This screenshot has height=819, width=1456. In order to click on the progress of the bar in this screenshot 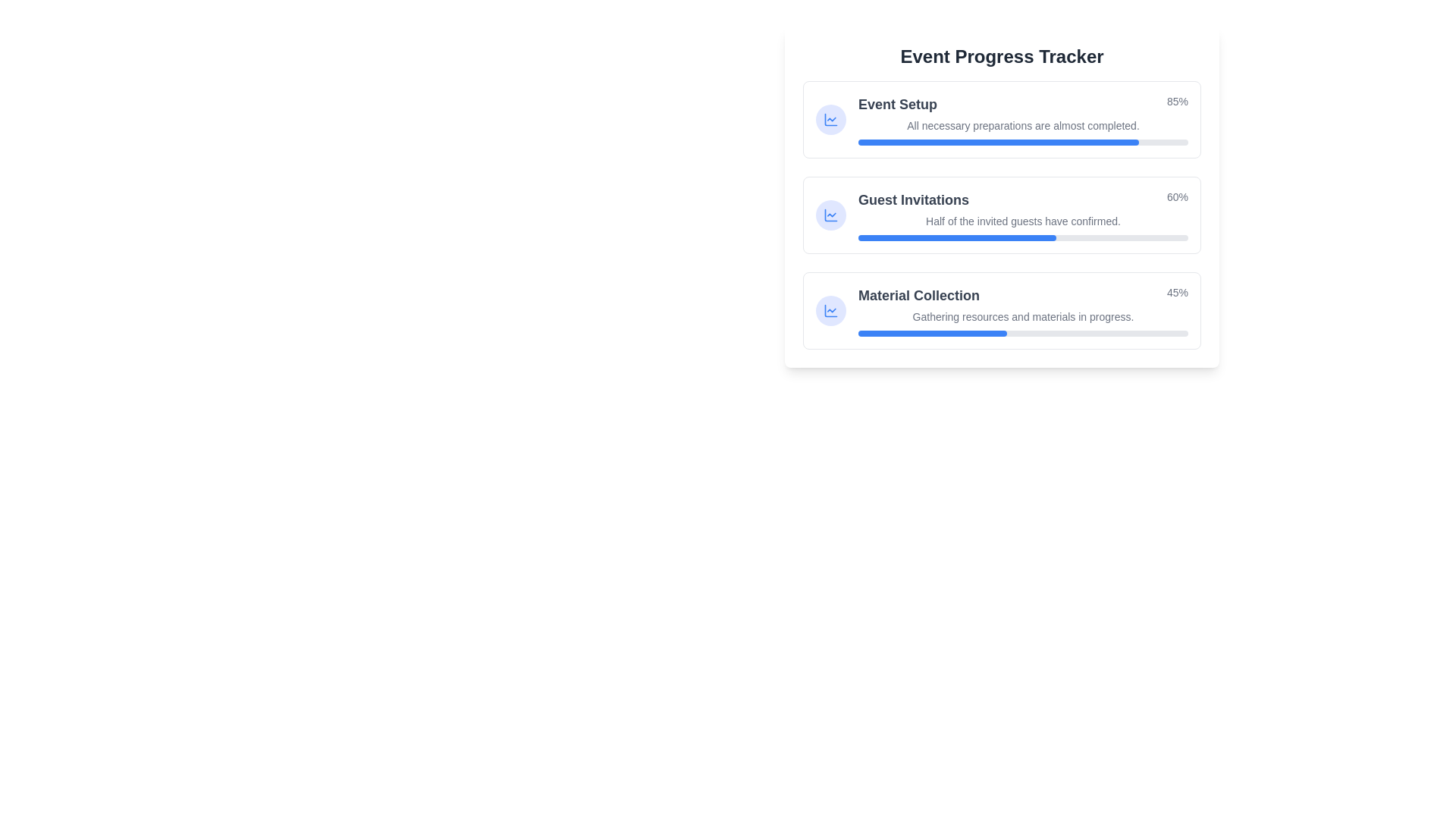, I will do `click(1045, 143)`.